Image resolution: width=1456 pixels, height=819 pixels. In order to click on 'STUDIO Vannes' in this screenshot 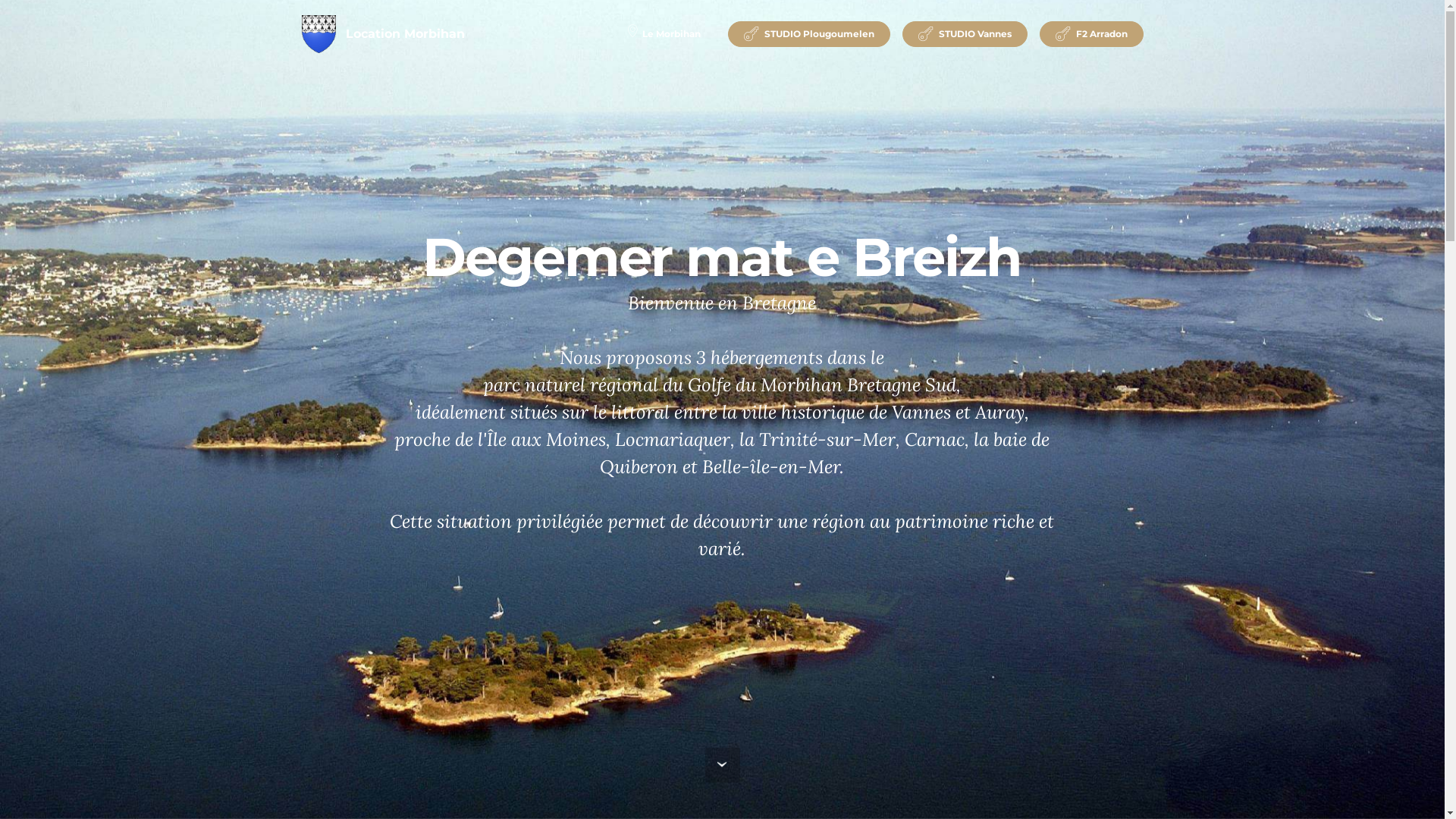, I will do `click(964, 34)`.